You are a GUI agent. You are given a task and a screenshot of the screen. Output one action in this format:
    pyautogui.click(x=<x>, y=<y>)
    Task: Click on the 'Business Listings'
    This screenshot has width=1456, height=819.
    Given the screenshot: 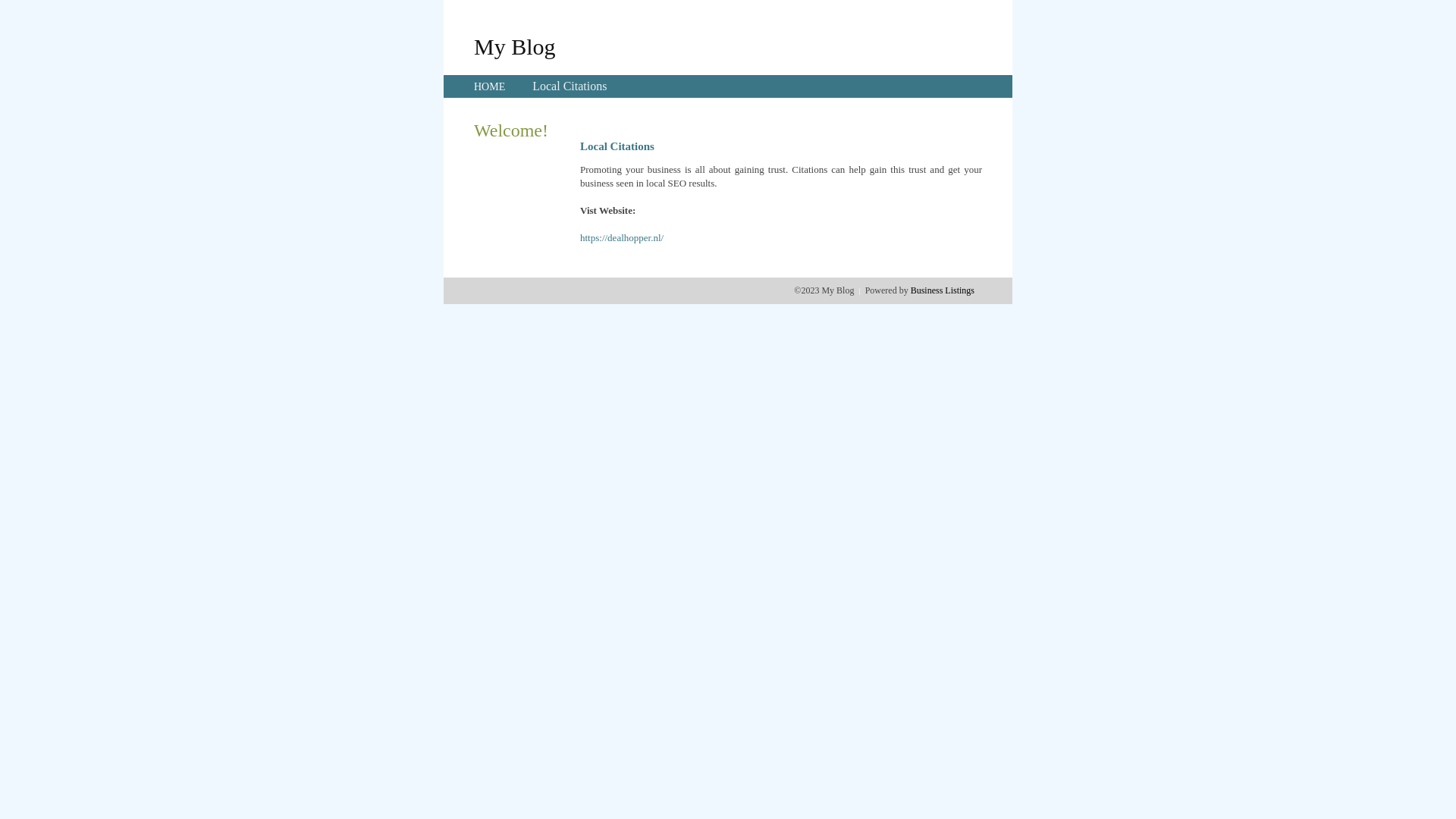 What is the action you would take?
    pyautogui.click(x=942, y=290)
    